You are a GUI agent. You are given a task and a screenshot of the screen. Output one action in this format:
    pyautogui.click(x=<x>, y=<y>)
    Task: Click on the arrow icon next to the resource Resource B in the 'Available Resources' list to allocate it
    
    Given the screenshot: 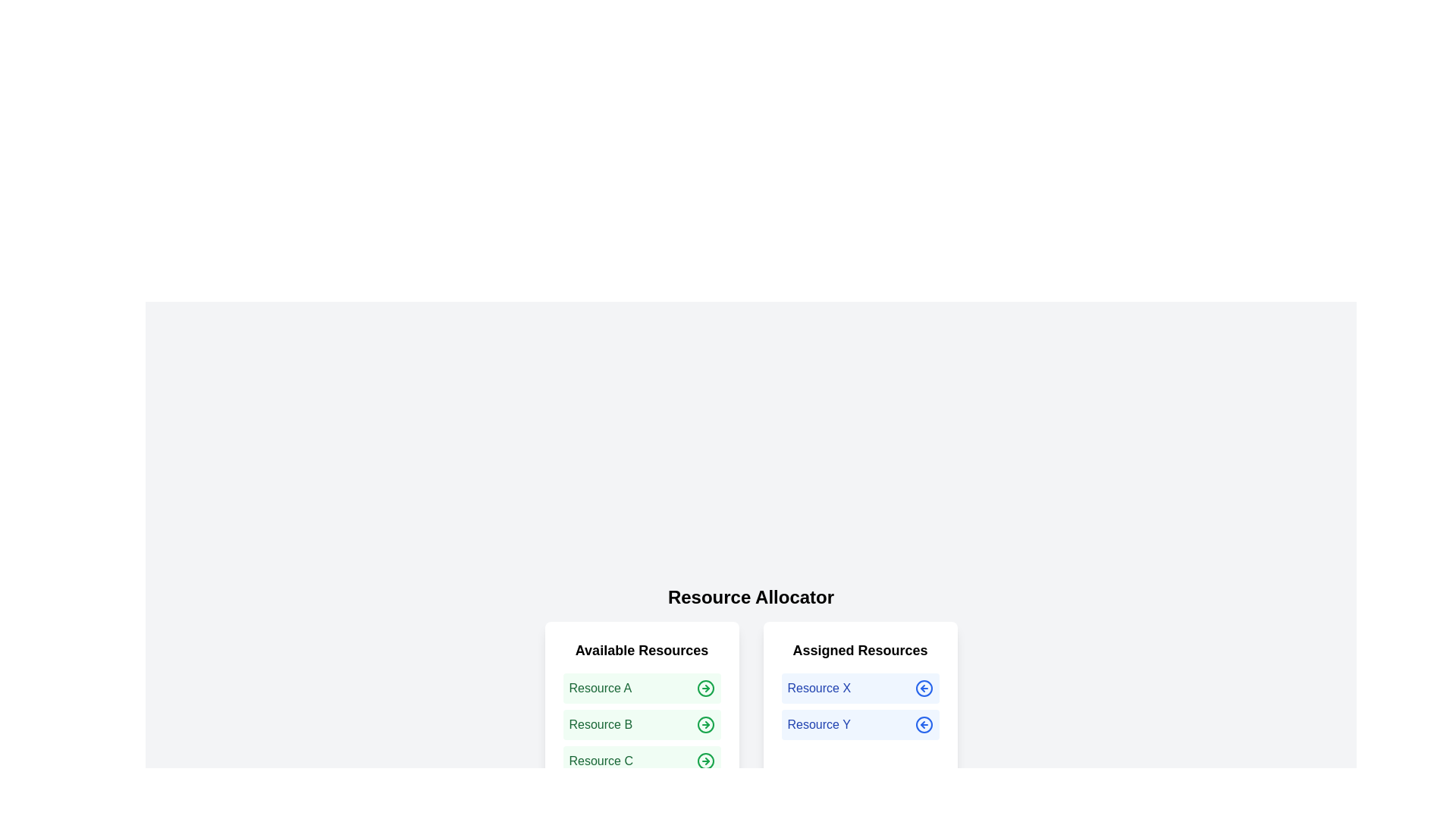 What is the action you would take?
    pyautogui.click(x=704, y=724)
    